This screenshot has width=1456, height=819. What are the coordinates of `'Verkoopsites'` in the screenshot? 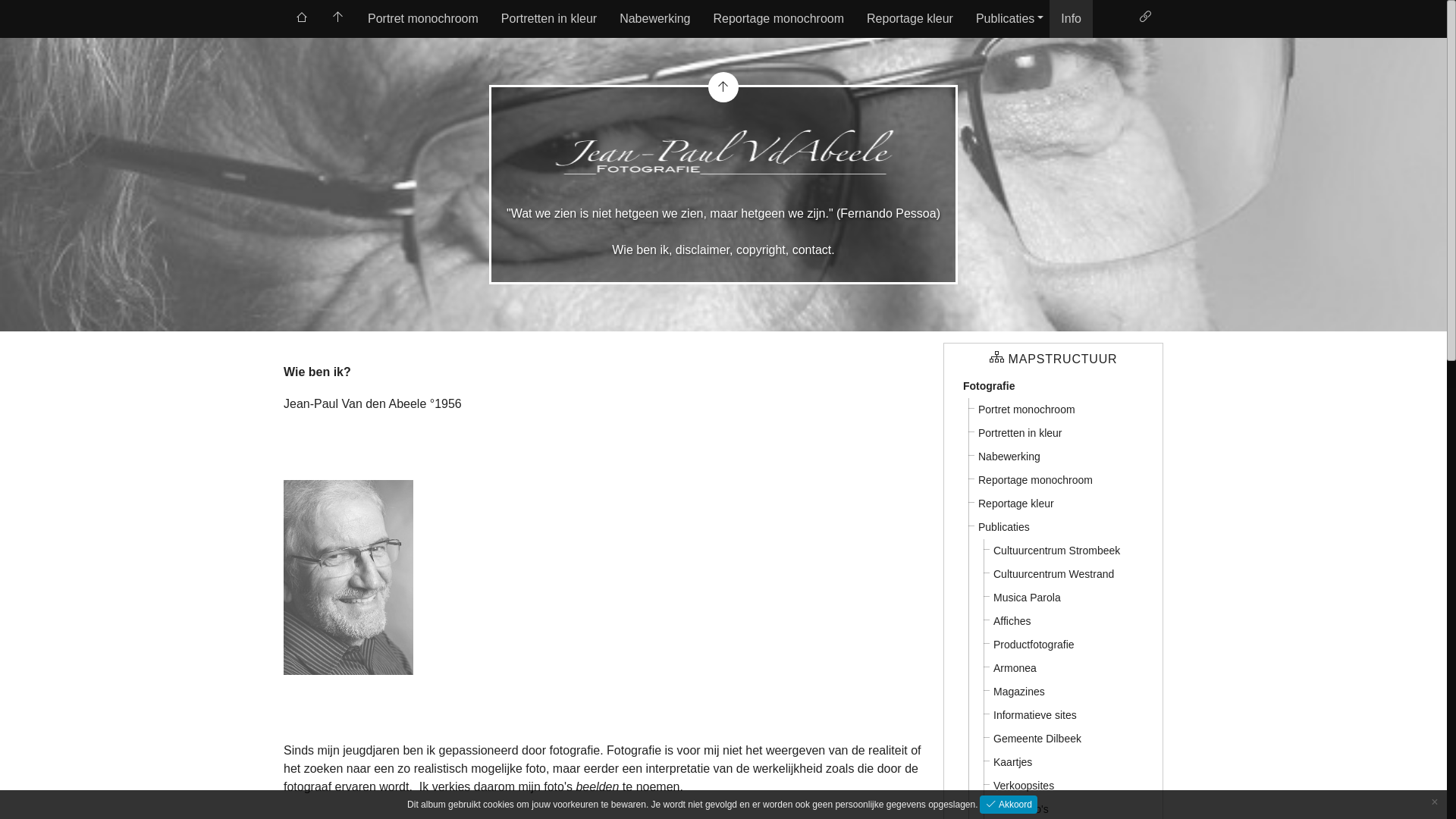 It's located at (1023, 785).